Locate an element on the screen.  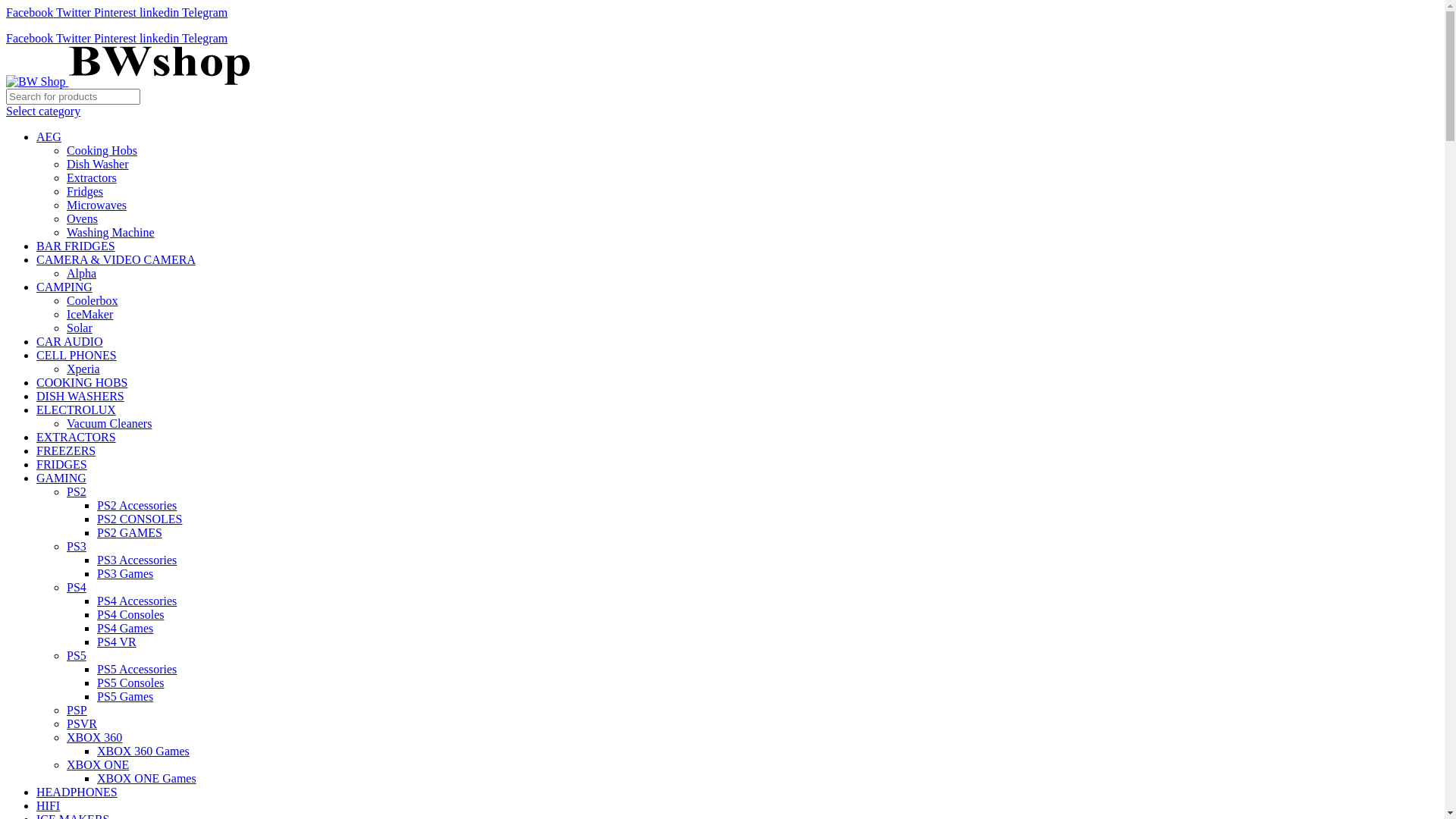
'FRIDGES' is located at coordinates (61, 463).